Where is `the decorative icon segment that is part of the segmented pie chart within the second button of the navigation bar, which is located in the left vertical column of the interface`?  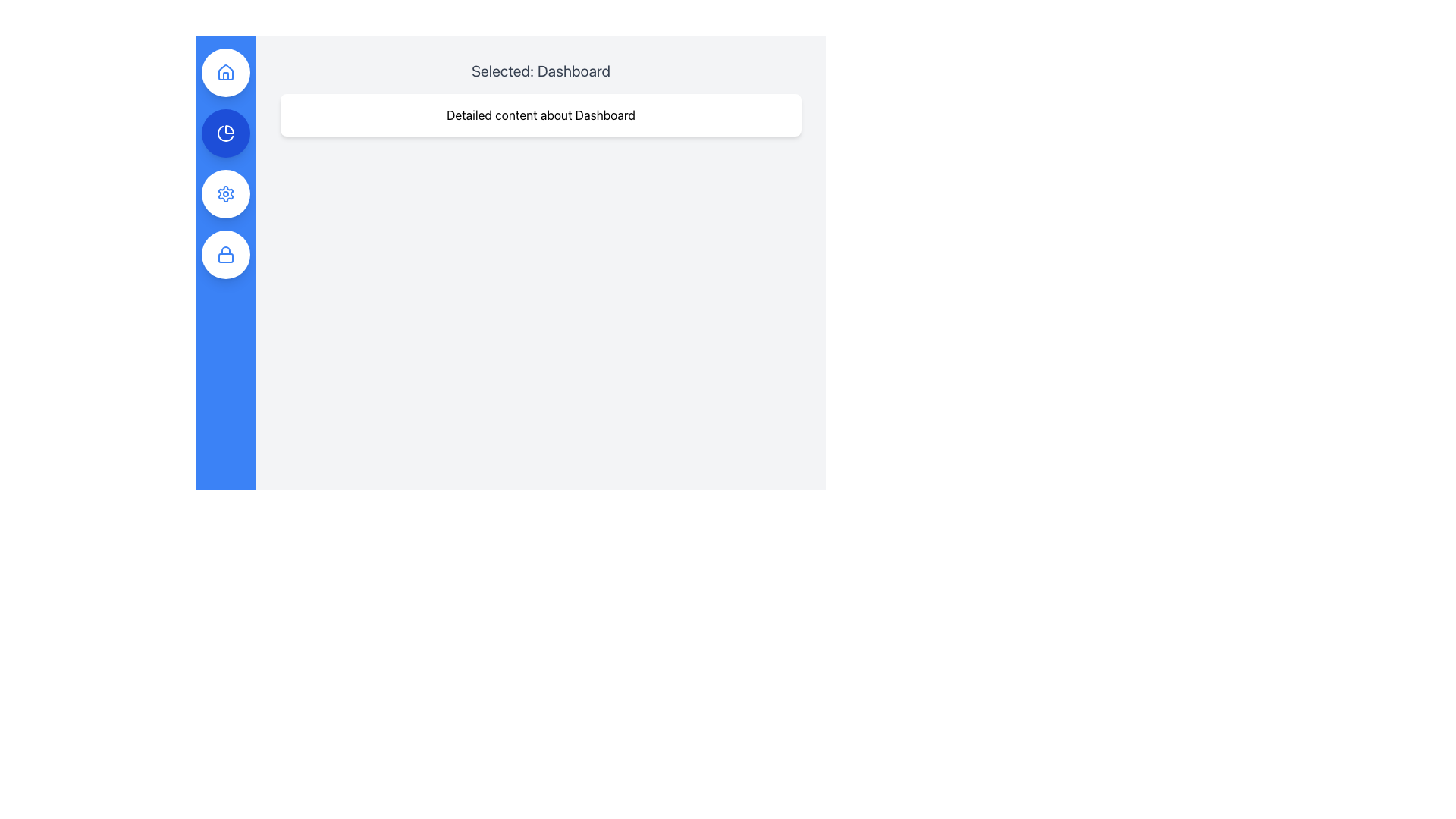 the decorative icon segment that is part of the segmented pie chart within the second button of the navigation bar, which is located in the left vertical column of the interface is located at coordinates (228, 129).